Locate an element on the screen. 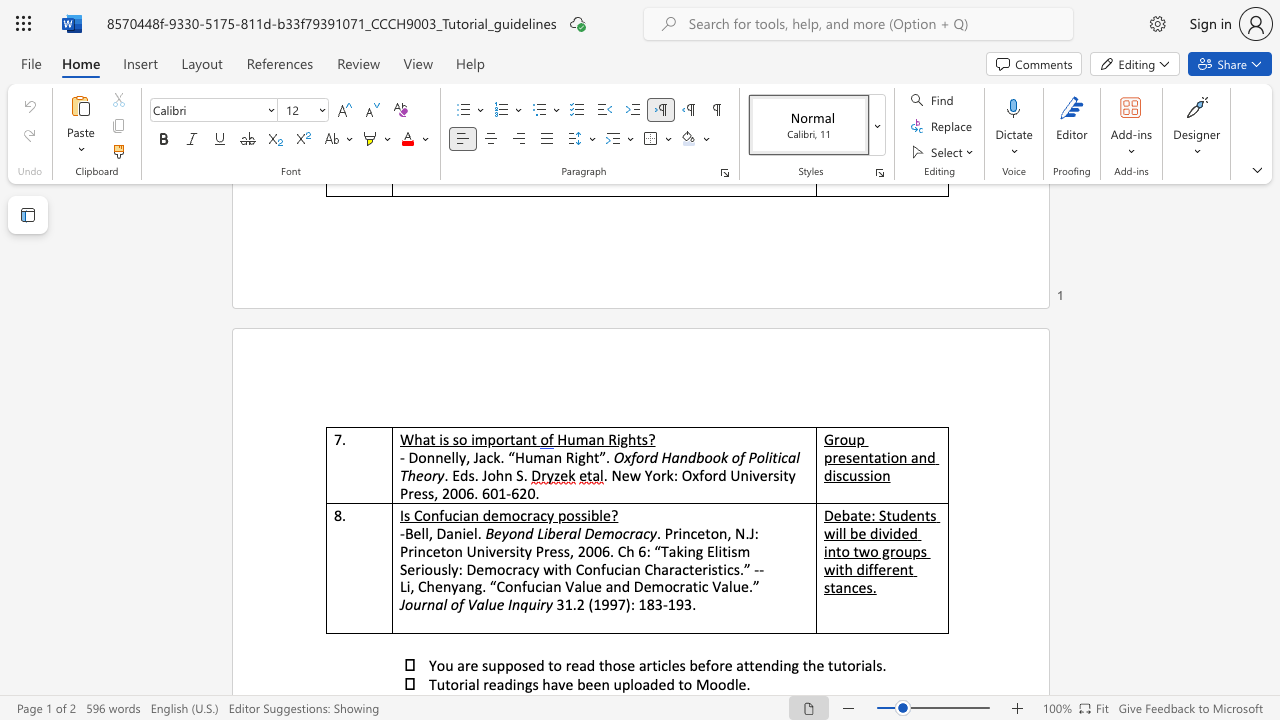  the subset text "of Va" within the text "Journal of Value Inquiry" is located at coordinates (449, 603).